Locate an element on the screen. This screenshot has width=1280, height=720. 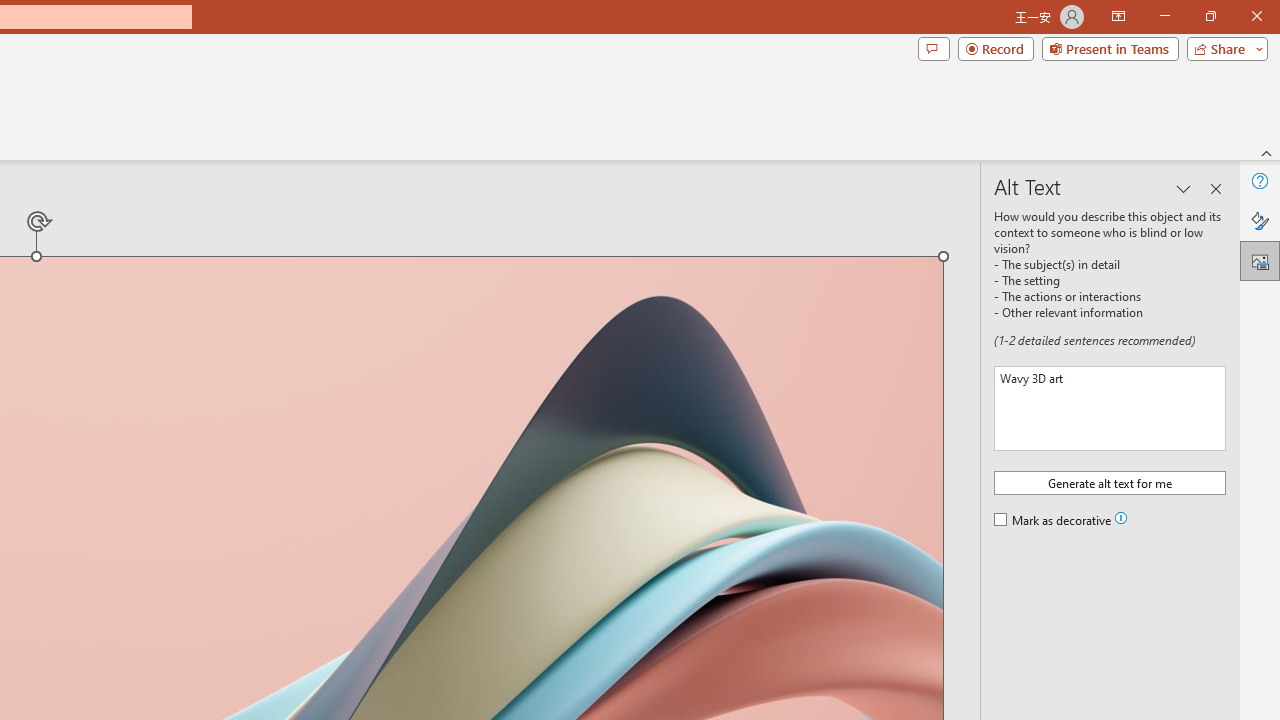
'Generate alt text for me' is located at coordinates (1109, 483).